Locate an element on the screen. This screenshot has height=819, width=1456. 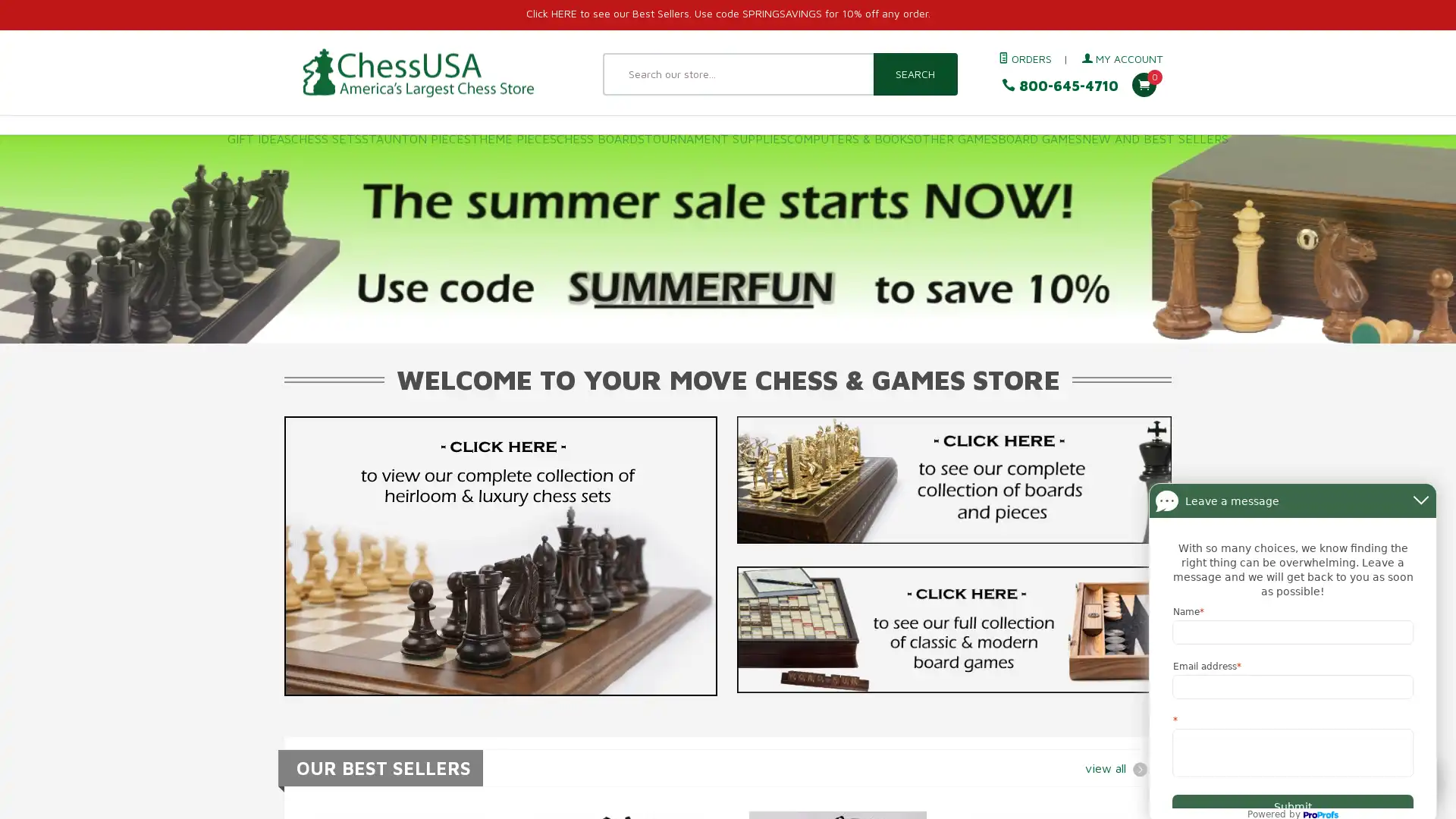
SEARCH is located at coordinates (914, 74).